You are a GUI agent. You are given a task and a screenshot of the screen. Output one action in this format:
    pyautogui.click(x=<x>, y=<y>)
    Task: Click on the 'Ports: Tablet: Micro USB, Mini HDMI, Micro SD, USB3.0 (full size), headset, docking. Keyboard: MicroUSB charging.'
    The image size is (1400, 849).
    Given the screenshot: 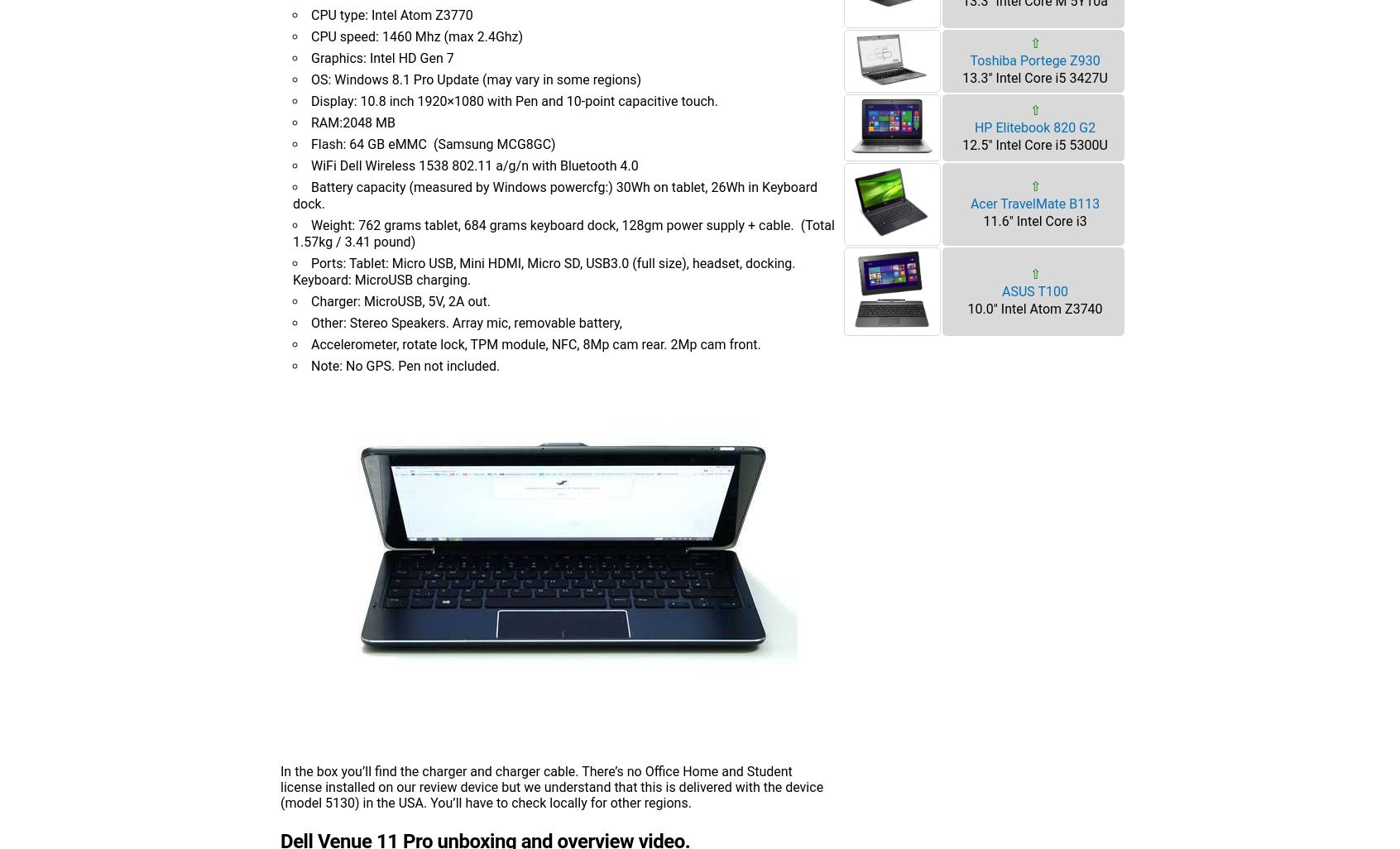 What is the action you would take?
    pyautogui.click(x=544, y=271)
    